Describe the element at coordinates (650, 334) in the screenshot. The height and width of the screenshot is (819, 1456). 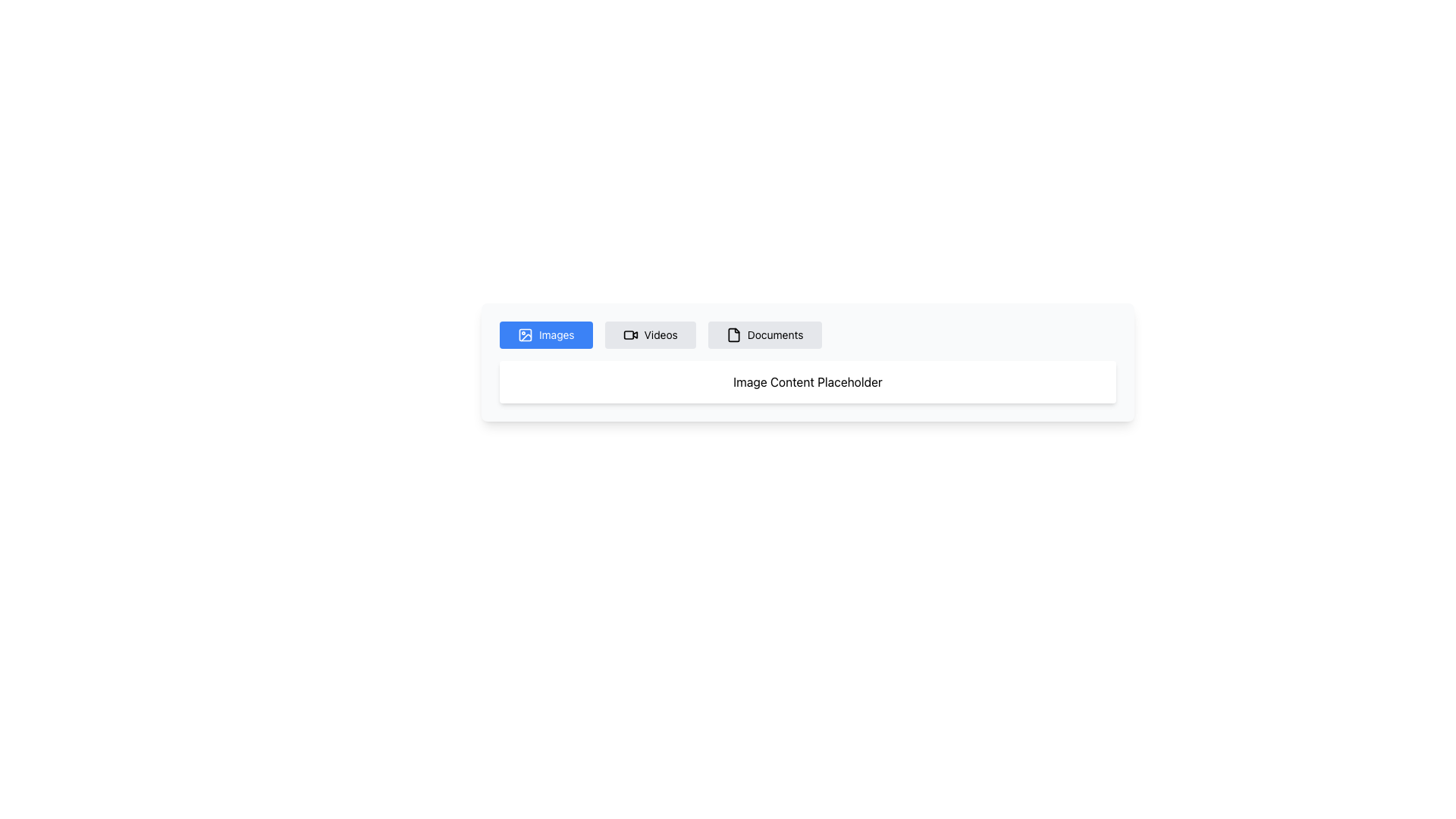
I see `the 'Videos' button, which is the second button in a horizontal alignment of three buttons, styled with a light gray background and a black text label, to trigger a visual effect` at that location.